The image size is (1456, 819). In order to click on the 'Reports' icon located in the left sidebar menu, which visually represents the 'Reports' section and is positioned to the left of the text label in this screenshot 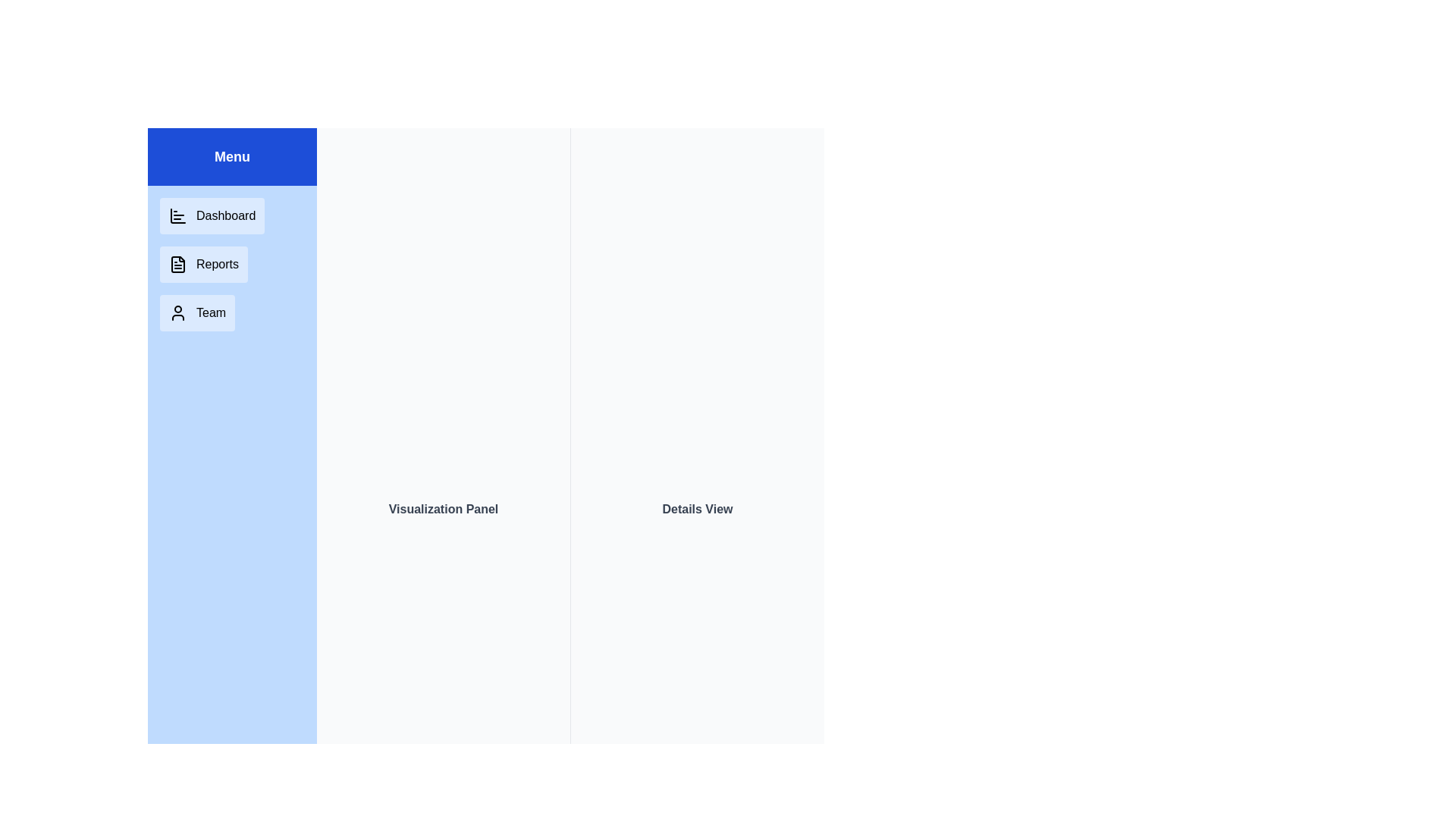, I will do `click(178, 263)`.